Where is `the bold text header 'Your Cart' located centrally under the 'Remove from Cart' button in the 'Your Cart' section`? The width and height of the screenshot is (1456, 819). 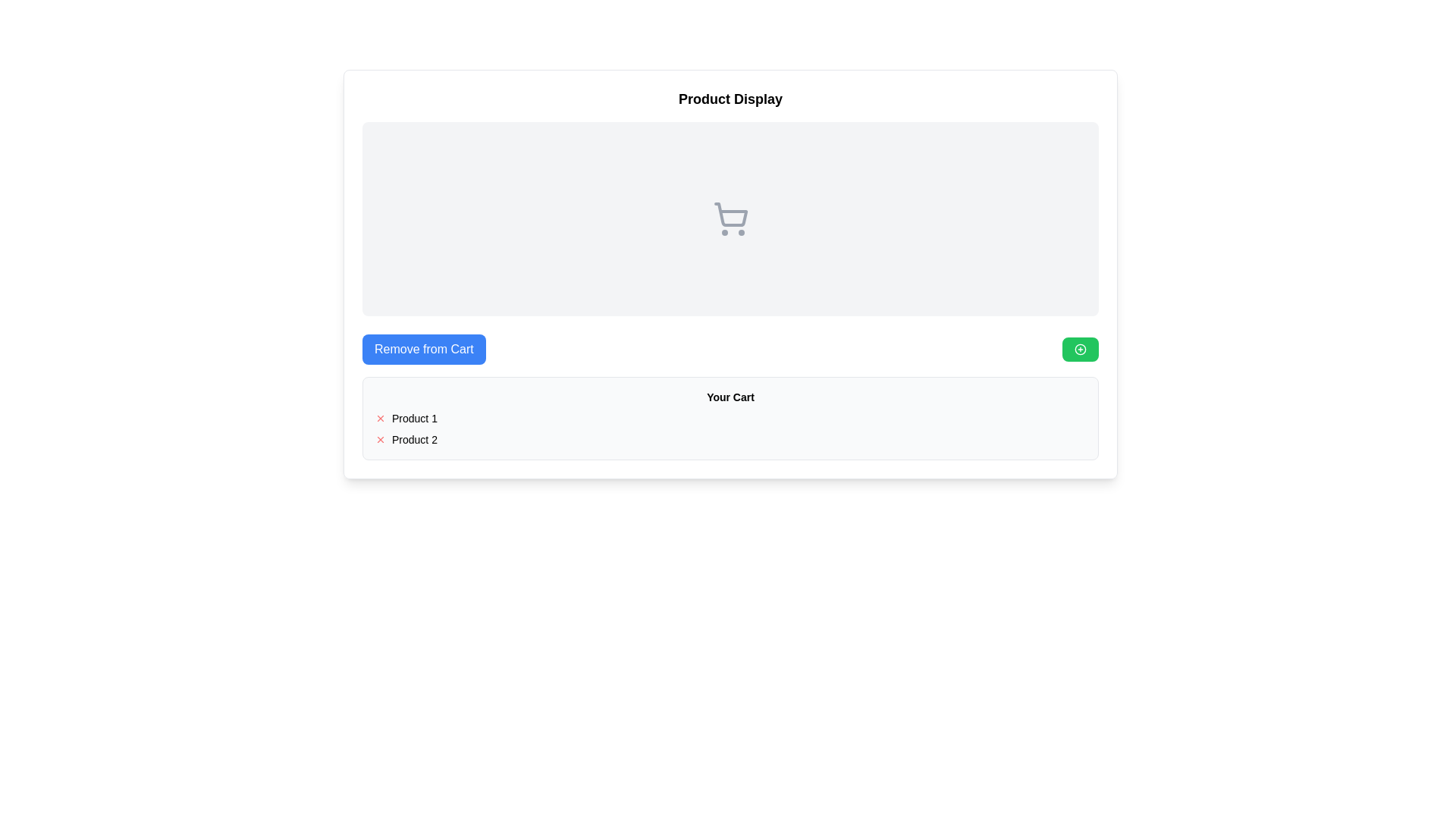
the bold text header 'Your Cart' located centrally under the 'Remove from Cart' button in the 'Your Cart' section is located at coordinates (730, 397).